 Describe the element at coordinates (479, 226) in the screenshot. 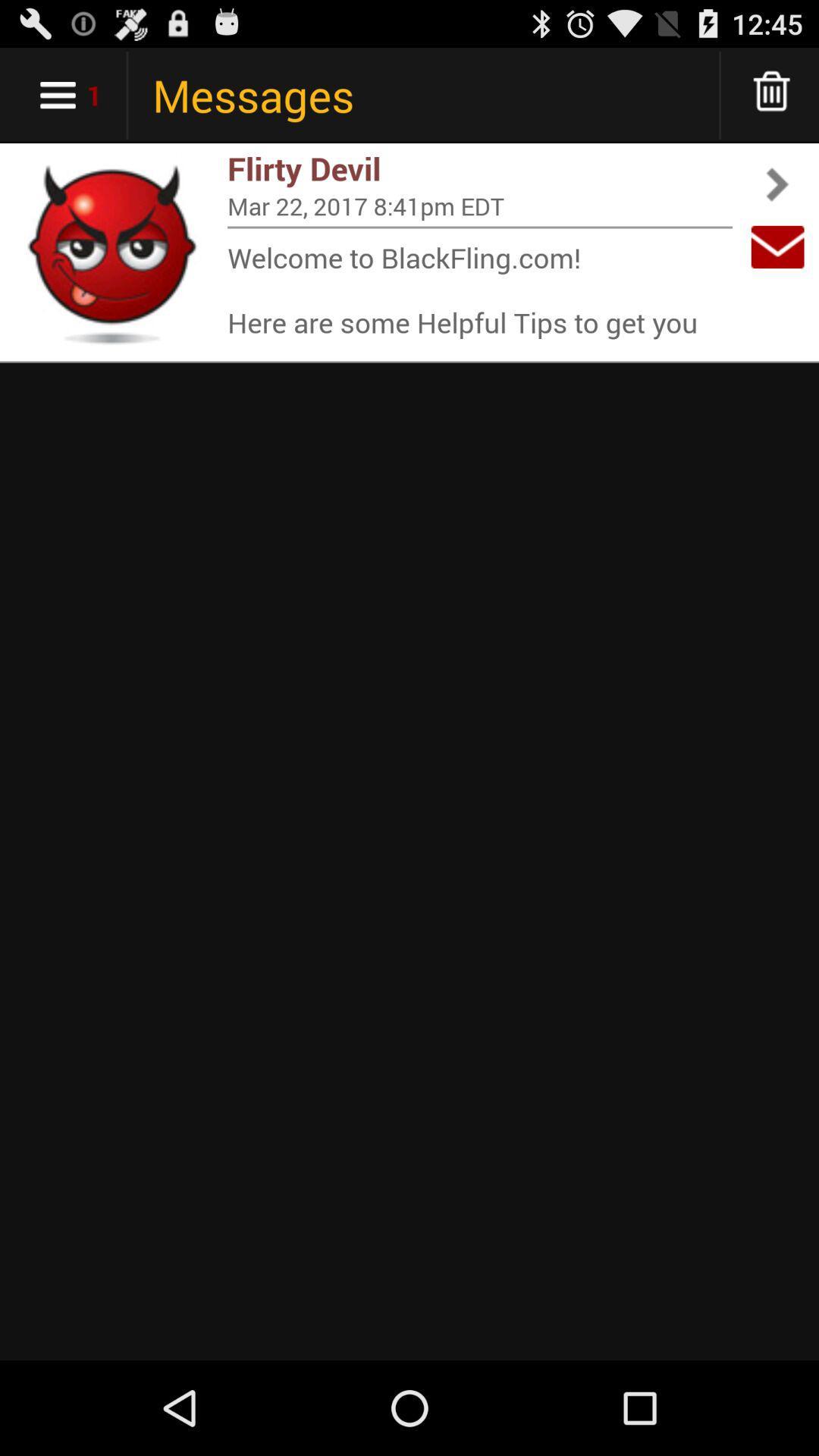

I see `icon above welcome to blackfling app` at that location.